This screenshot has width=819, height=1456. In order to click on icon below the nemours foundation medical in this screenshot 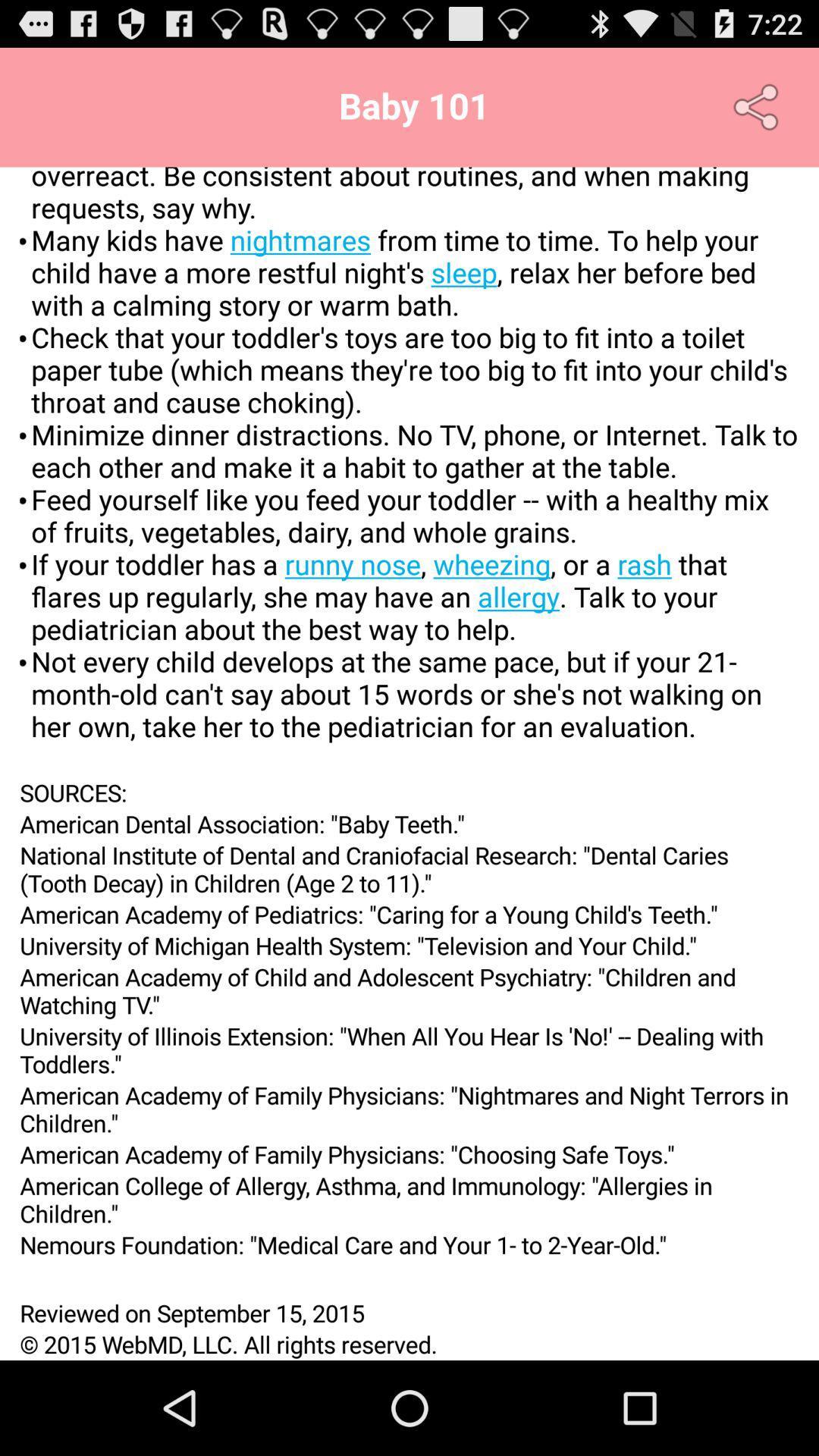, I will do `click(409, 1278)`.